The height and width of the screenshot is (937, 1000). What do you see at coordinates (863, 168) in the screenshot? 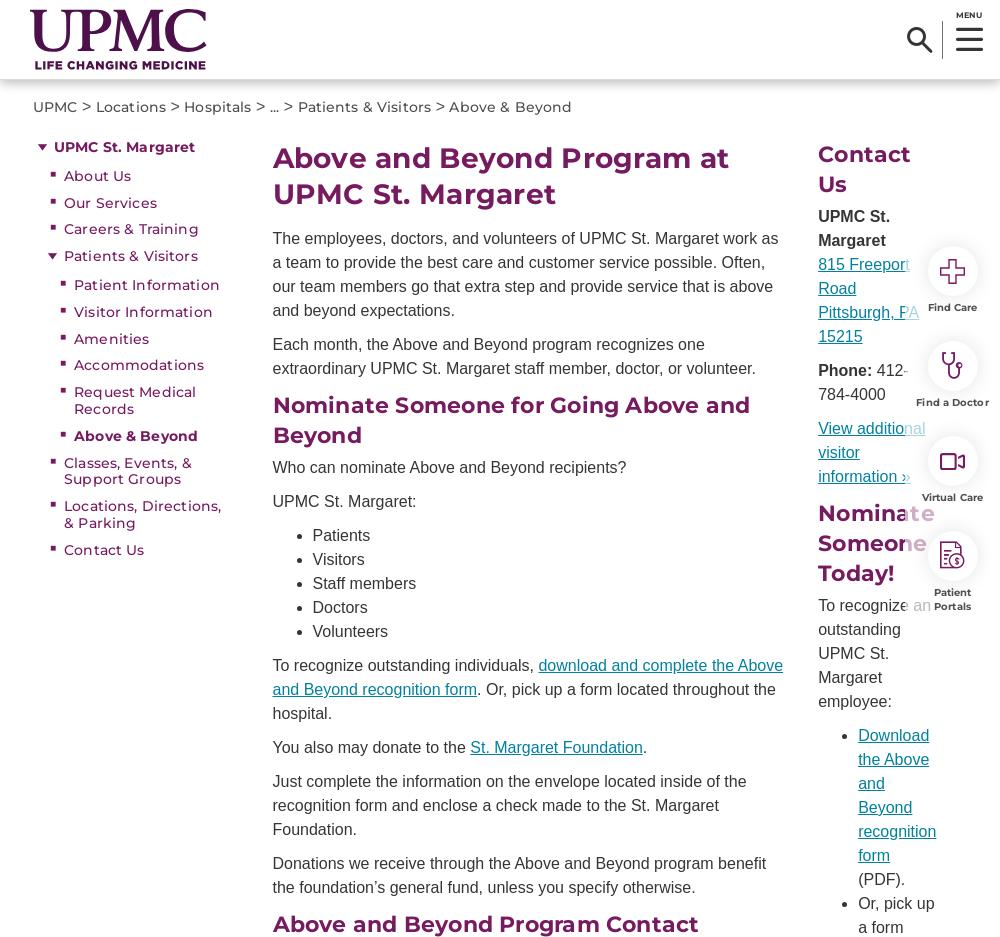
I see `'Contact Us'` at bounding box center [863, 168].